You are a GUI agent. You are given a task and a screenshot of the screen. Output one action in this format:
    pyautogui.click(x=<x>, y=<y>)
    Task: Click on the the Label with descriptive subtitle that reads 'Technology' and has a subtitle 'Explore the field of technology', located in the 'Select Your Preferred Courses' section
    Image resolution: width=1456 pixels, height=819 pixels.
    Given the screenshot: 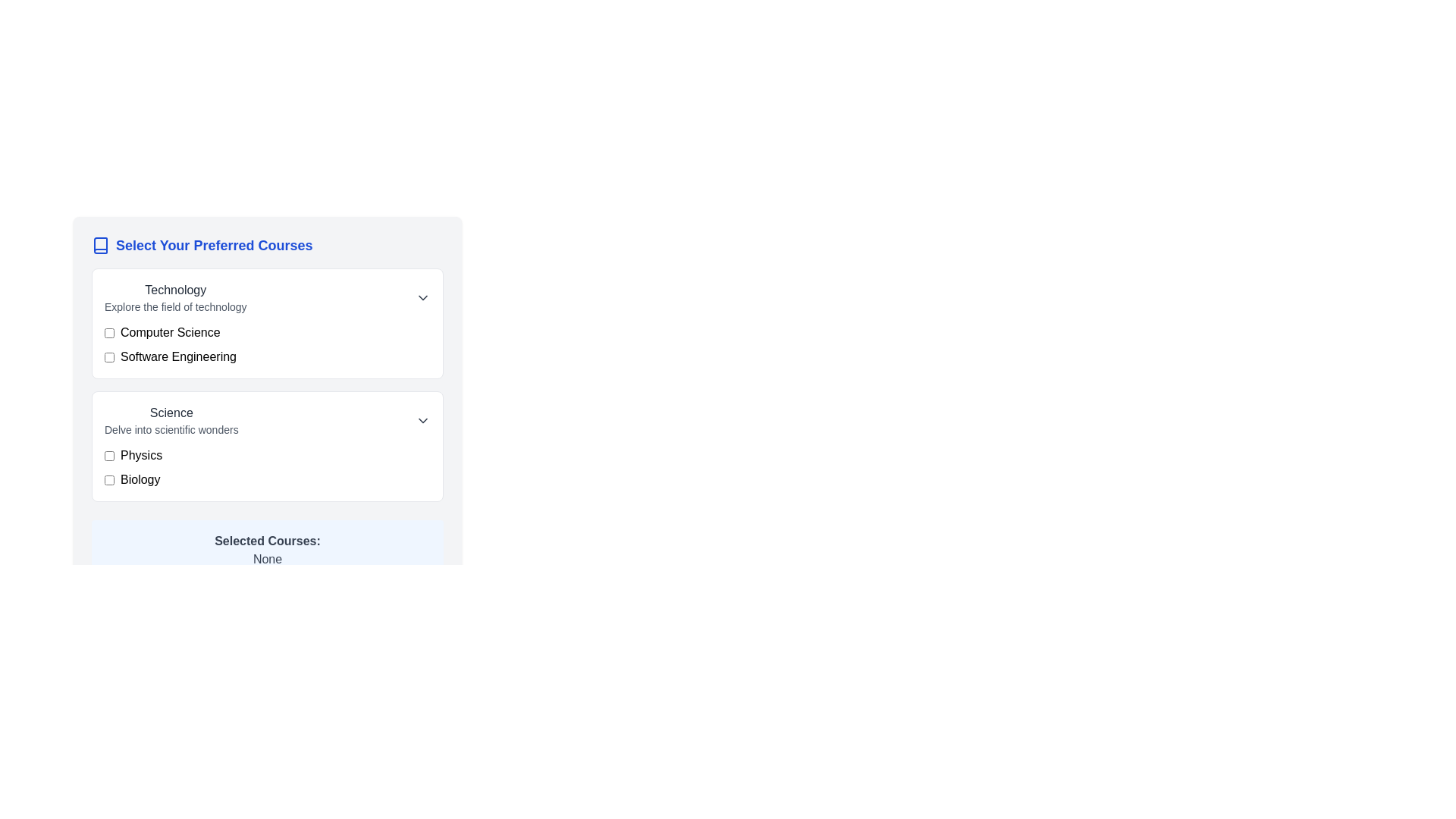 What is the action you would take?
    pyautogui.click(x=175, y=298)
    